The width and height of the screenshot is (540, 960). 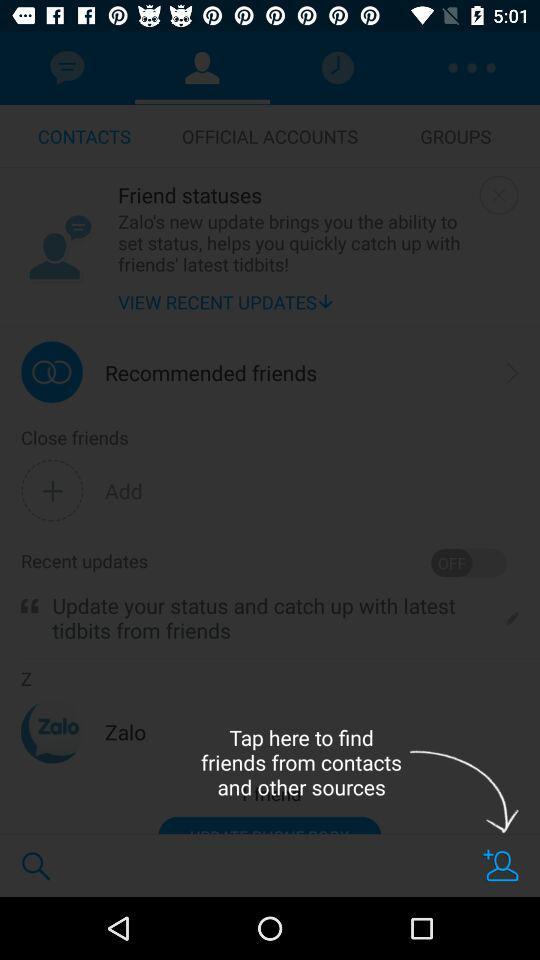 I want to click on icon next to the friend statuses icon, so click(x=59, y=246).